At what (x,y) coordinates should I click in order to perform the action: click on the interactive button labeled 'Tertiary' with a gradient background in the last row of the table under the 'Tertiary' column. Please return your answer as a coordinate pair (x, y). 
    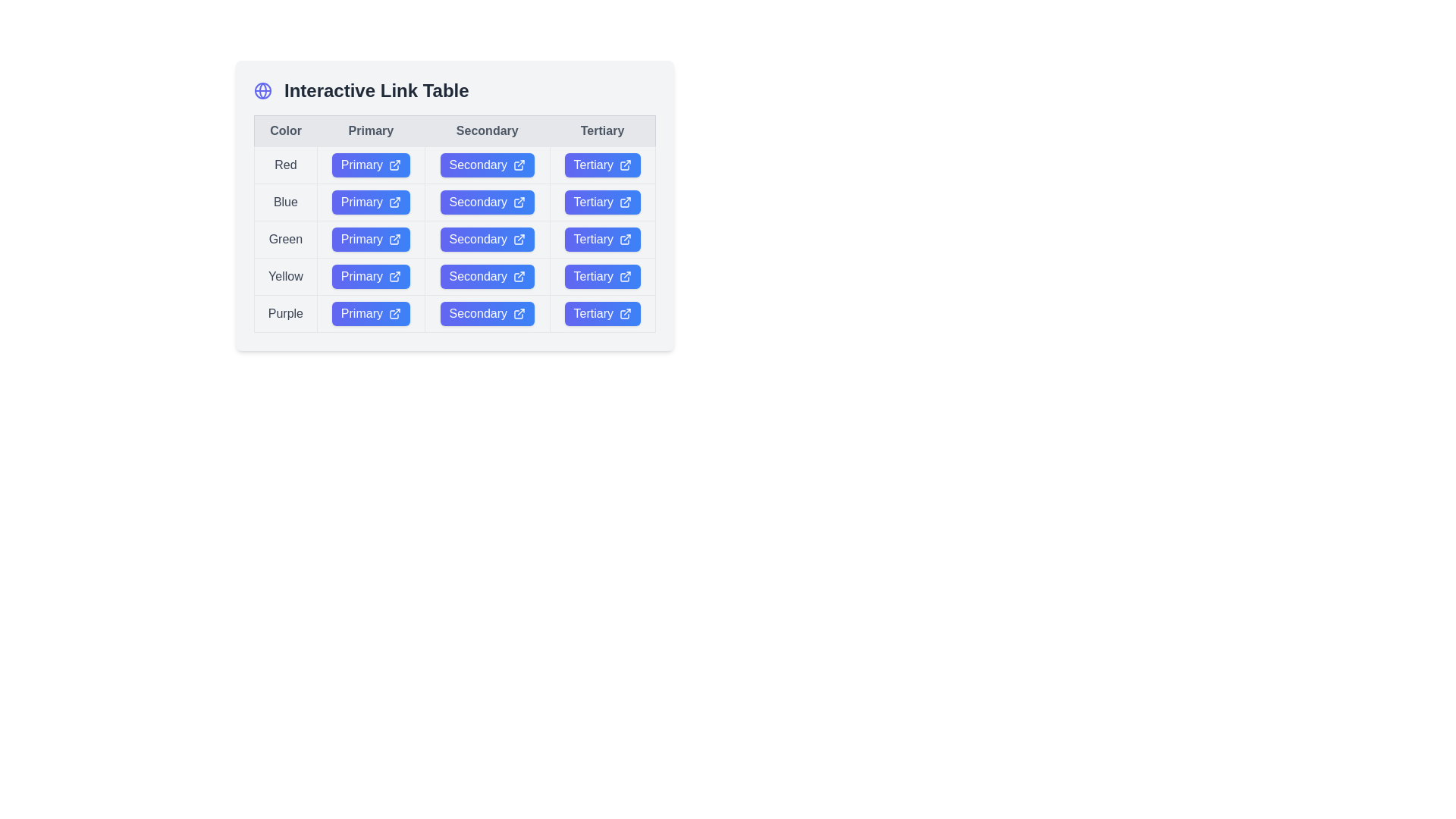
    Looking at the image, I should click on (601, 312).